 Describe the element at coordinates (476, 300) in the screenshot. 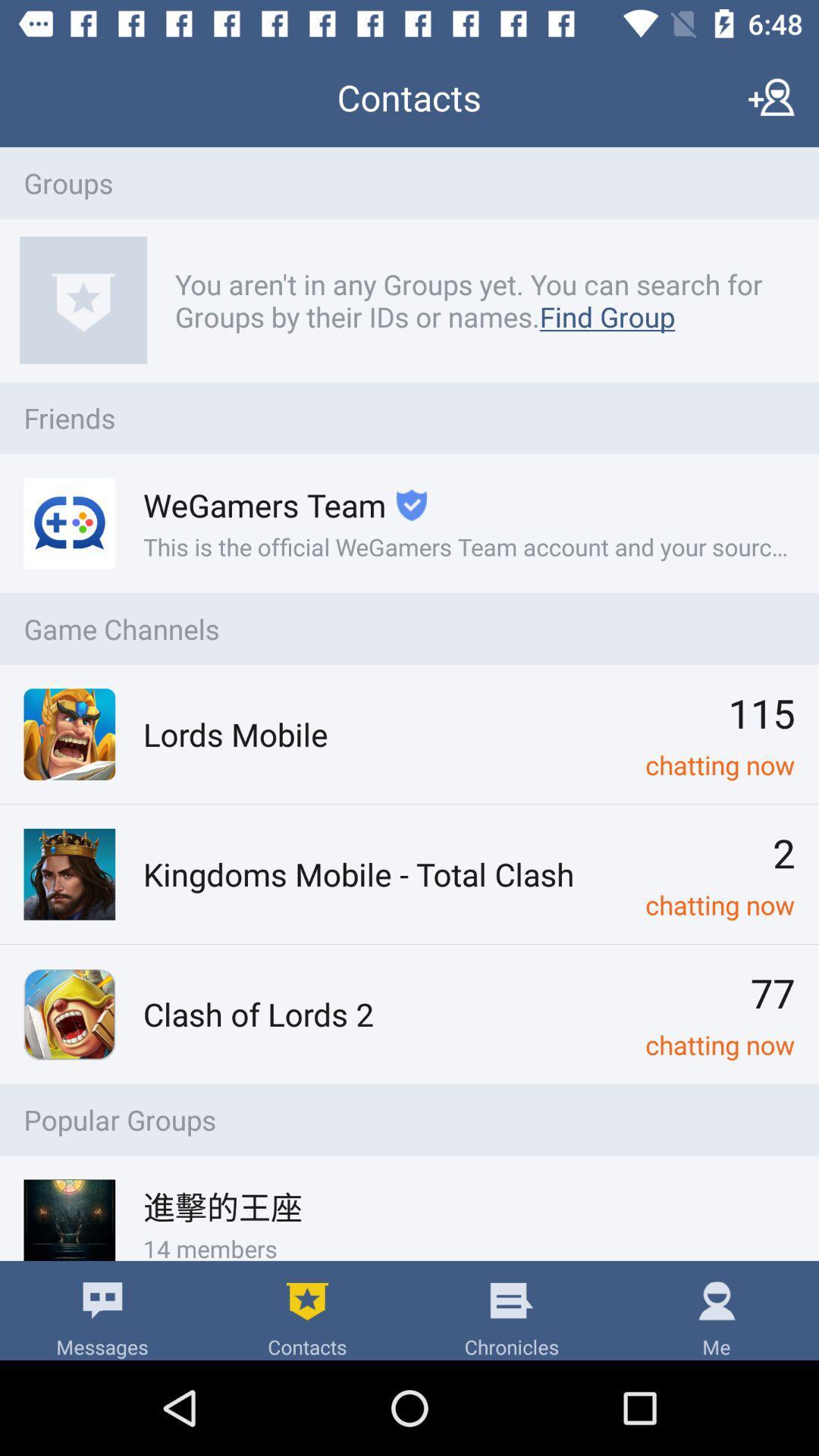

I see `you aren t app` at that location.